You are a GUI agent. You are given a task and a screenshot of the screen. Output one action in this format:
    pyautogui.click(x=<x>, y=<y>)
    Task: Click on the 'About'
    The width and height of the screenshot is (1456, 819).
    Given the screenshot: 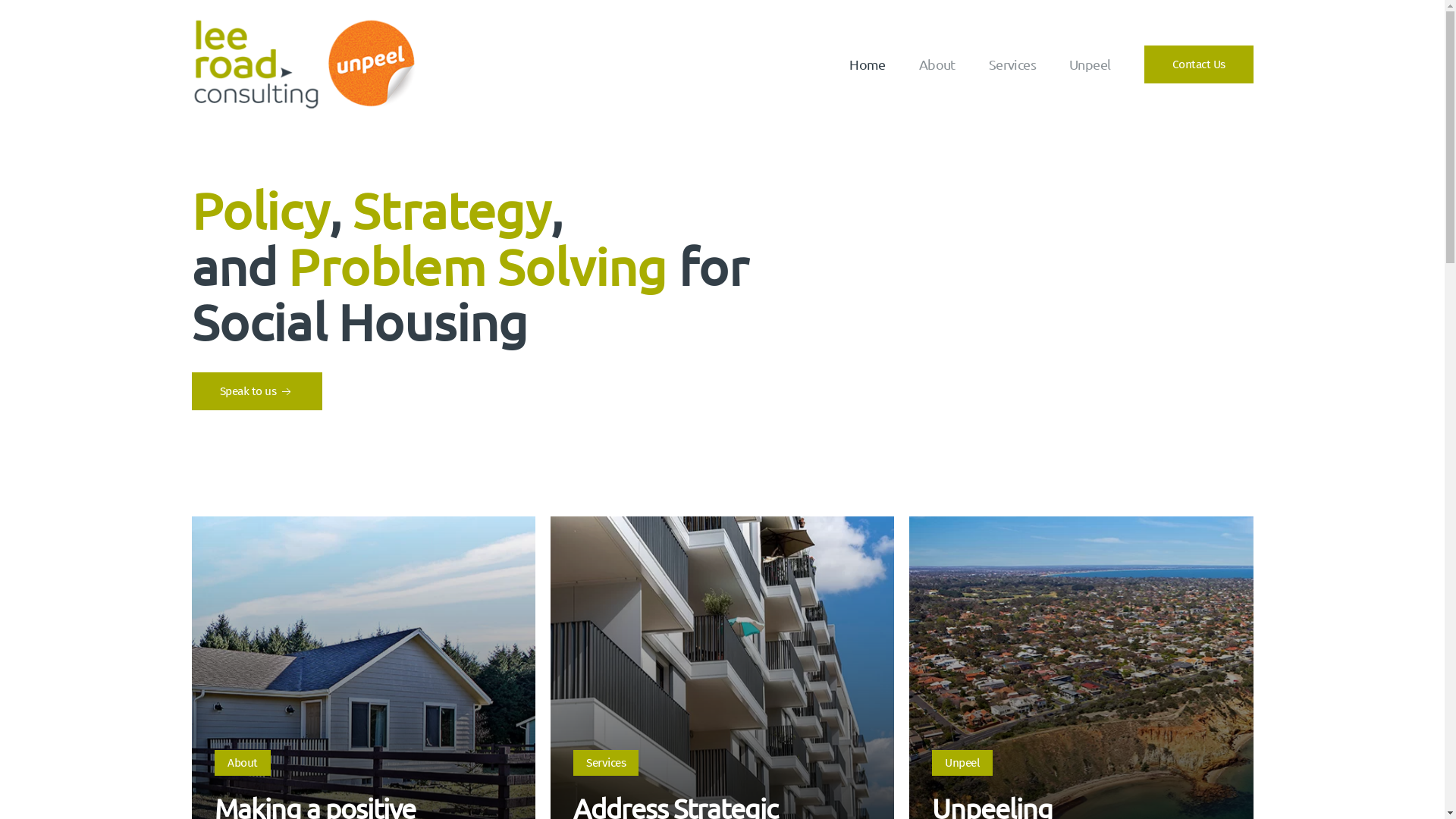 What is the action you would take?
    pyautogui.click(x=243, y=763)
    